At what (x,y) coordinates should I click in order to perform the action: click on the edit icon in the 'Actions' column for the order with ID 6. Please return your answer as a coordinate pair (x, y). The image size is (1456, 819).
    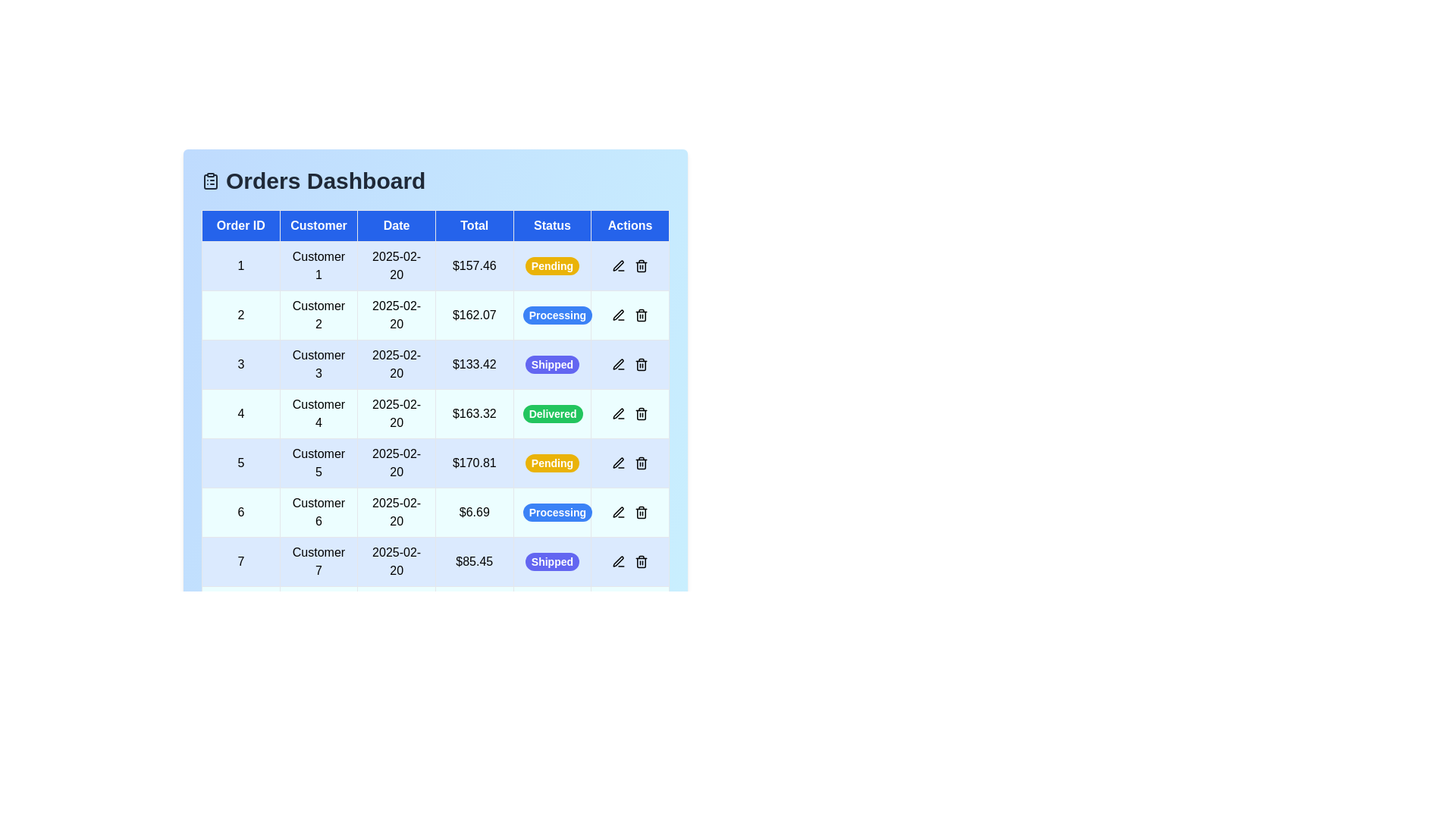
    Looking at the image, I should click on (619, 512).